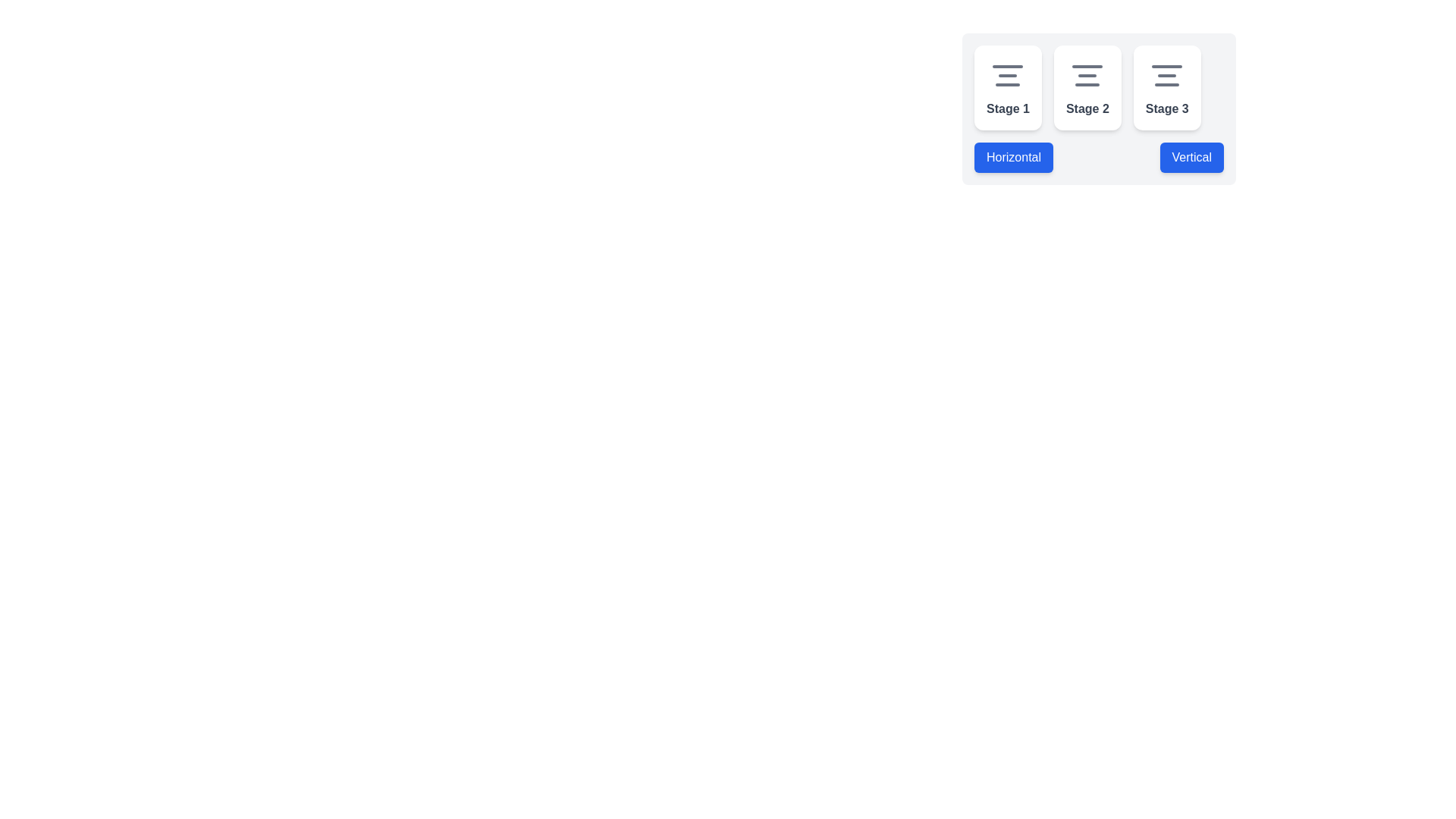 The width and height of the screenshot is (1456, 819). I want to click on the SVG-based icon with three horizontal lines, styled in light gray, positioned at the top center of the 'Stage 3' card, so click(1166, 76).